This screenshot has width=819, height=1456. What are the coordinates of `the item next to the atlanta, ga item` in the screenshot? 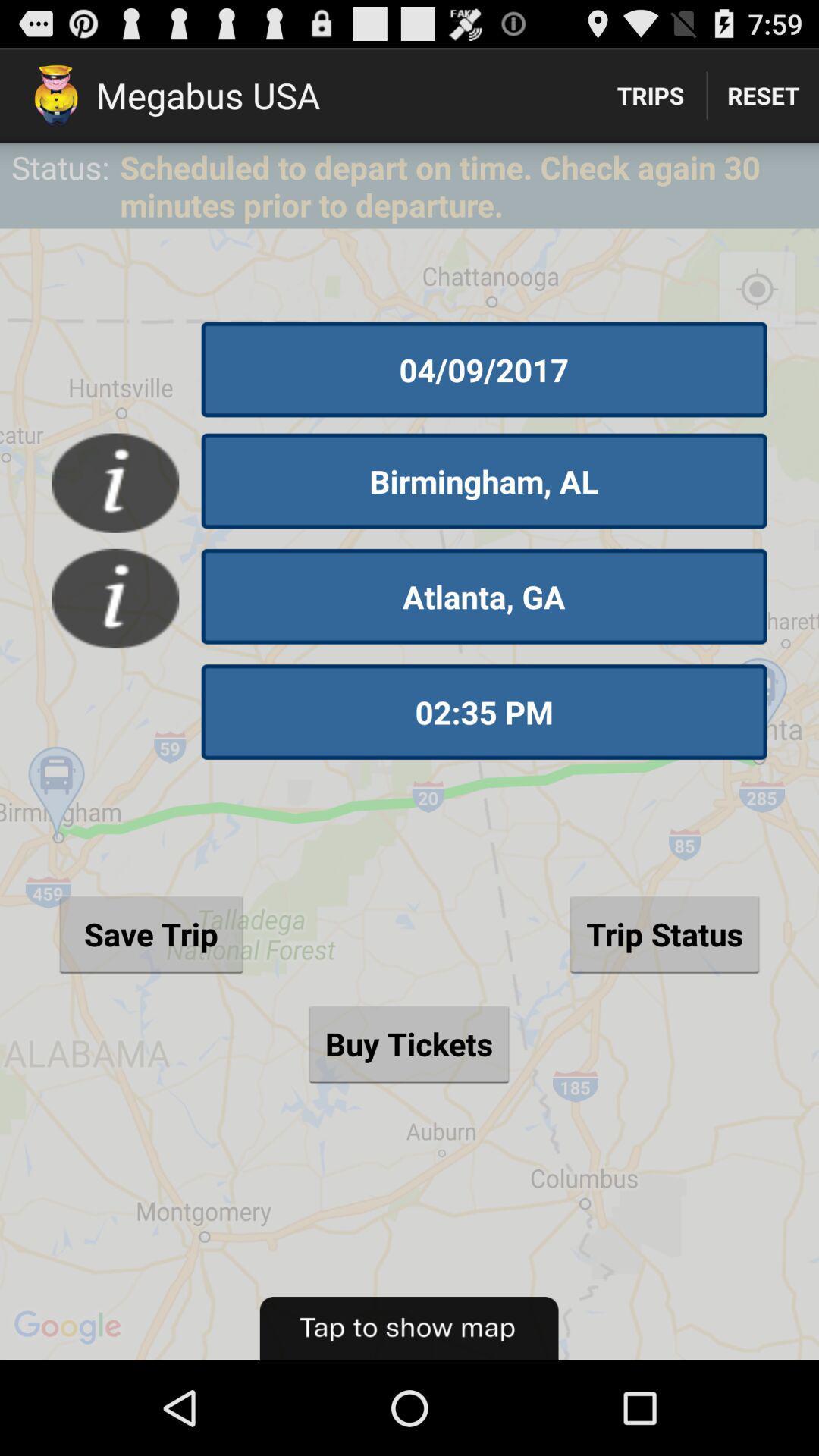 It's located at (115, 598).